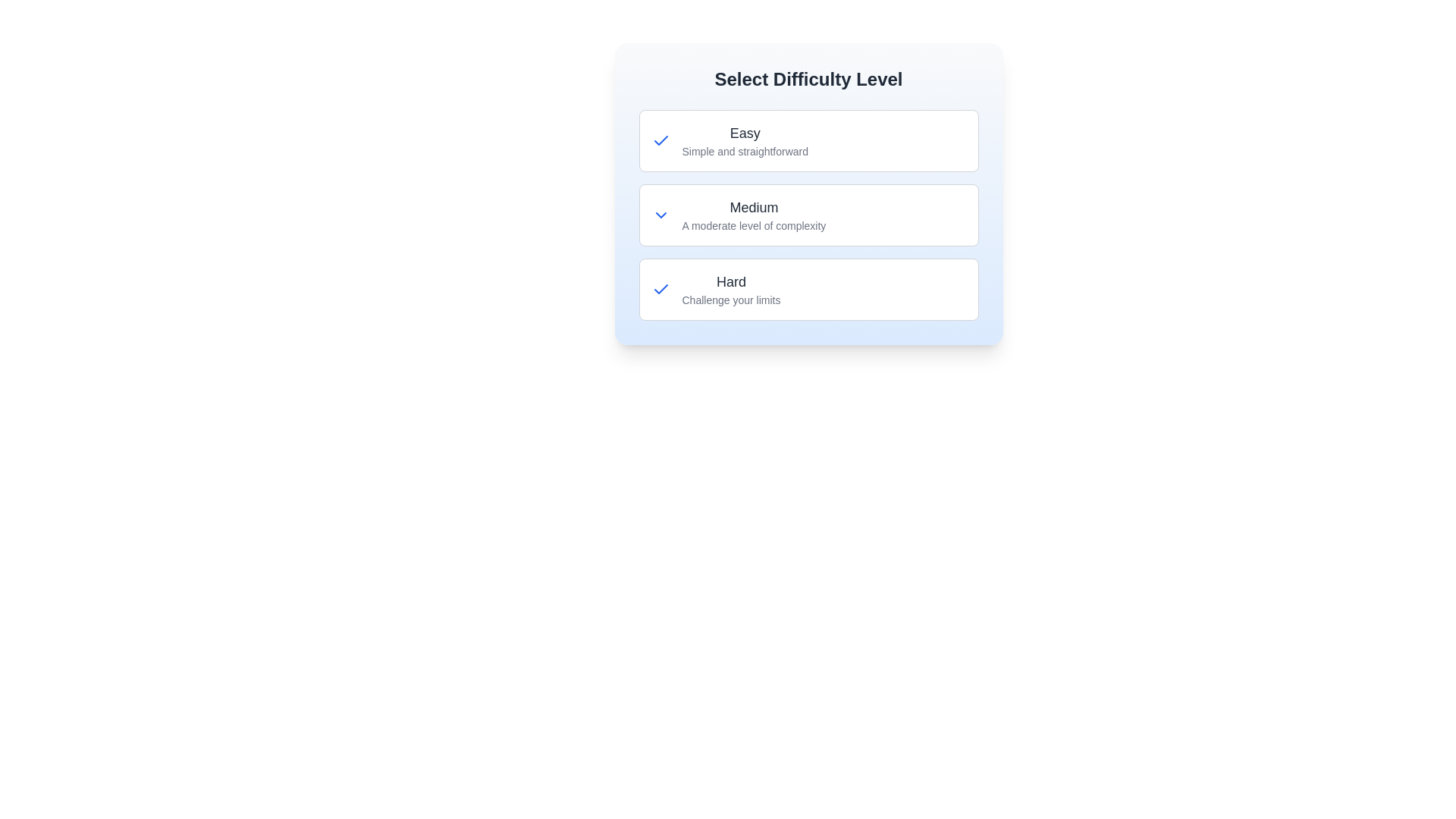  Describe the element at coordinates (754, 207) in the screenshot. I see `the title text for the 'Medium' difficulty level in the difficulty selection interface, which is located between the Easy and Hard cards` at that location.